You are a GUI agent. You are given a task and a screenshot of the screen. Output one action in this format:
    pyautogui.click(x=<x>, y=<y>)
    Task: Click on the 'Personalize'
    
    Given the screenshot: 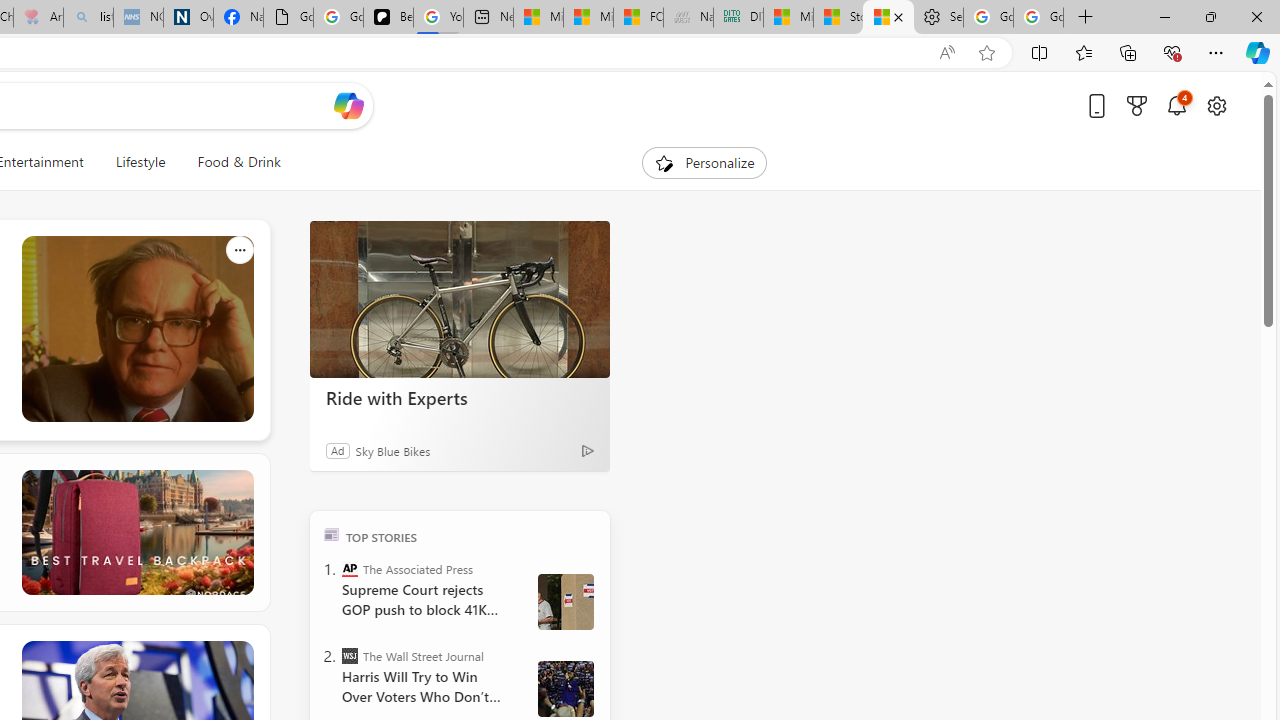 What is the action you would take?
    pyautogui.click(x=704, y=162)
    